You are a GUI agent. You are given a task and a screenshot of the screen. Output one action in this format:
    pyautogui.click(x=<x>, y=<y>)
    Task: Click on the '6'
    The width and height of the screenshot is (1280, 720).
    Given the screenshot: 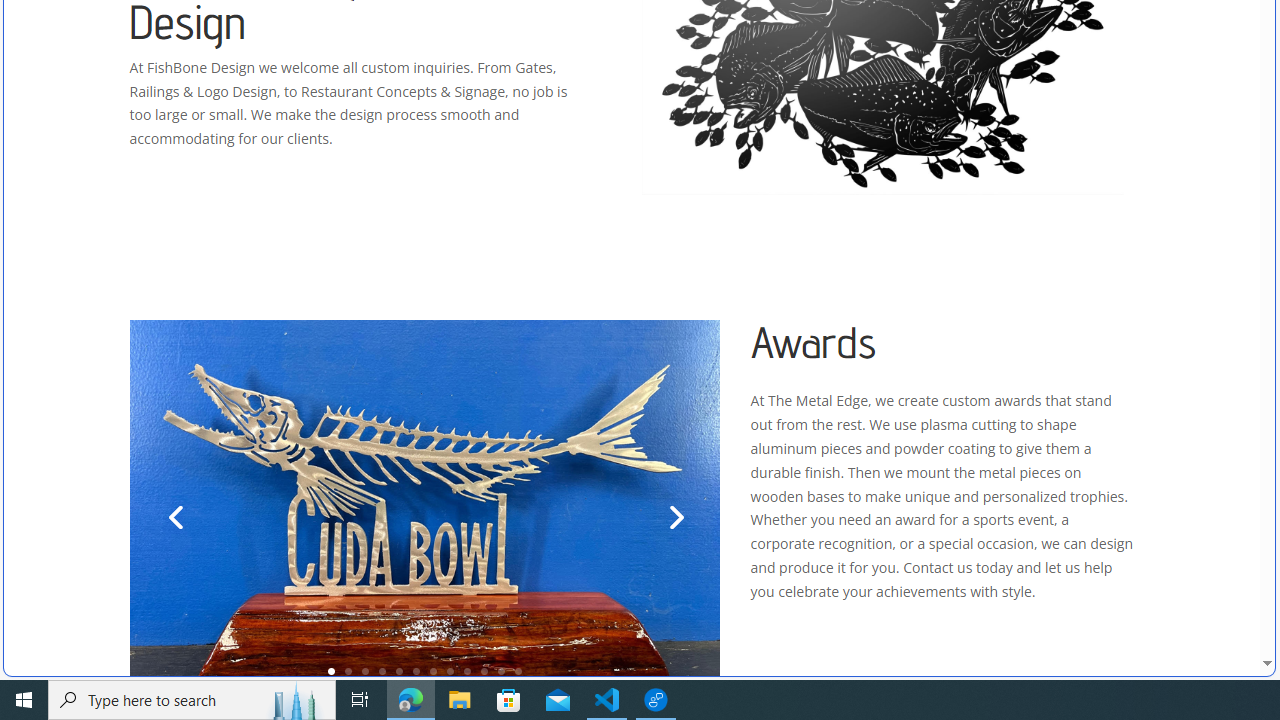 What is the action you would take?
    pyautogui.click(x=415, y=671)
    